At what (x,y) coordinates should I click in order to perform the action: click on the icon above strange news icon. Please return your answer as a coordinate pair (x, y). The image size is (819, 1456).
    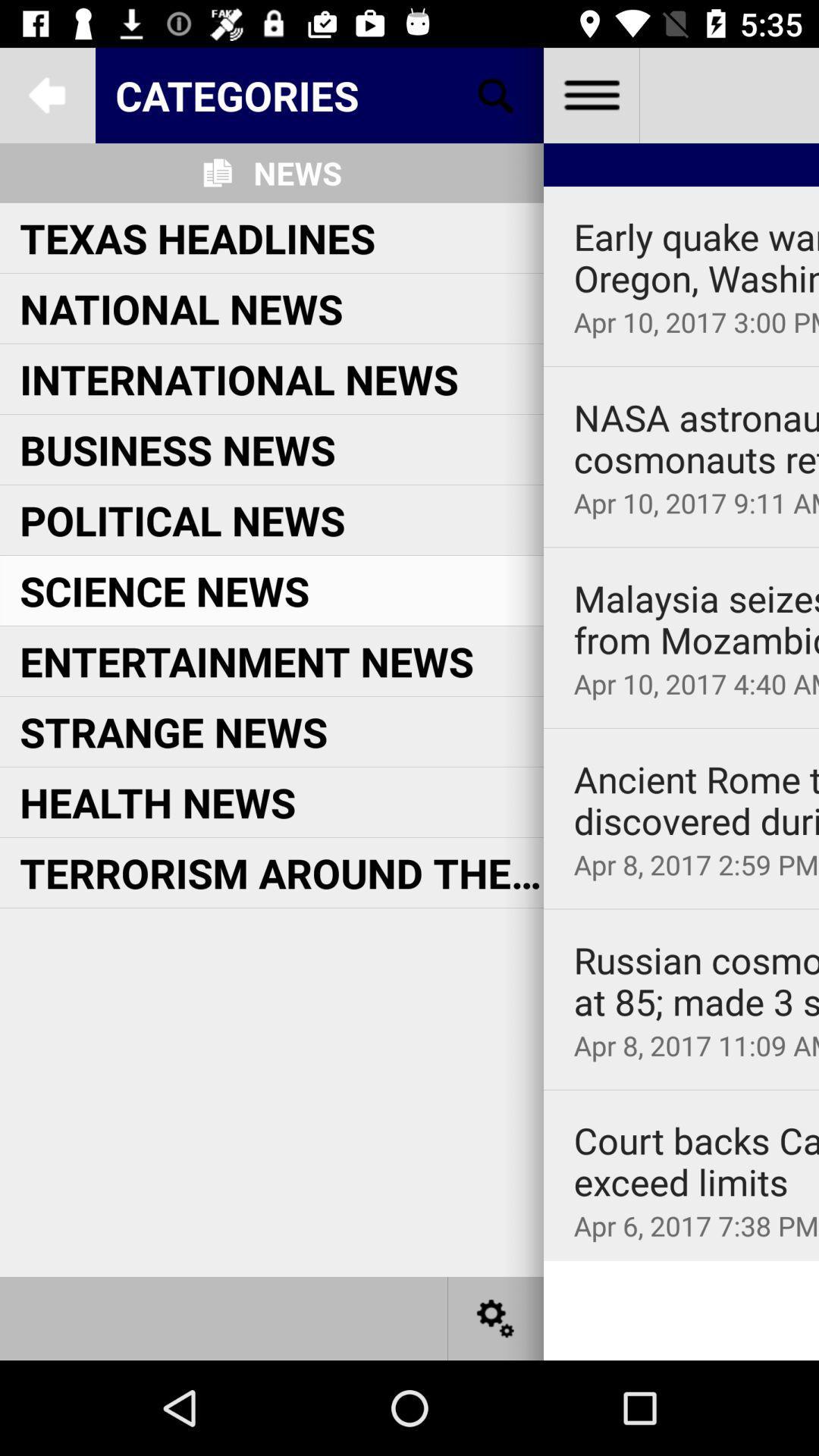
    Looking at the image, I should click on (246, 661).